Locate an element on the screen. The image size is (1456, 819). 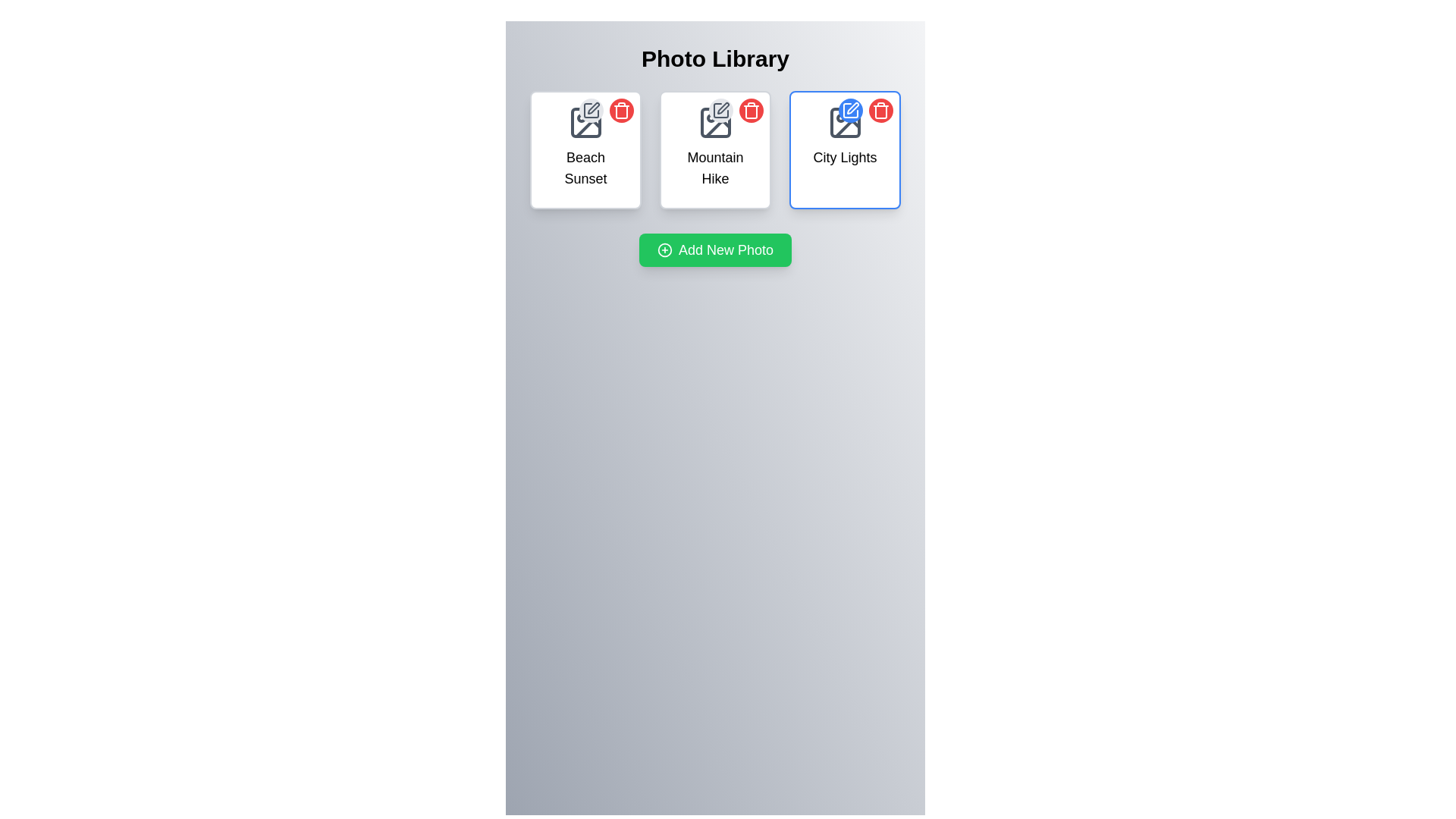
the edit button located in the top-right corner of the 'City Lights' card is located at coordinates (851, 110).